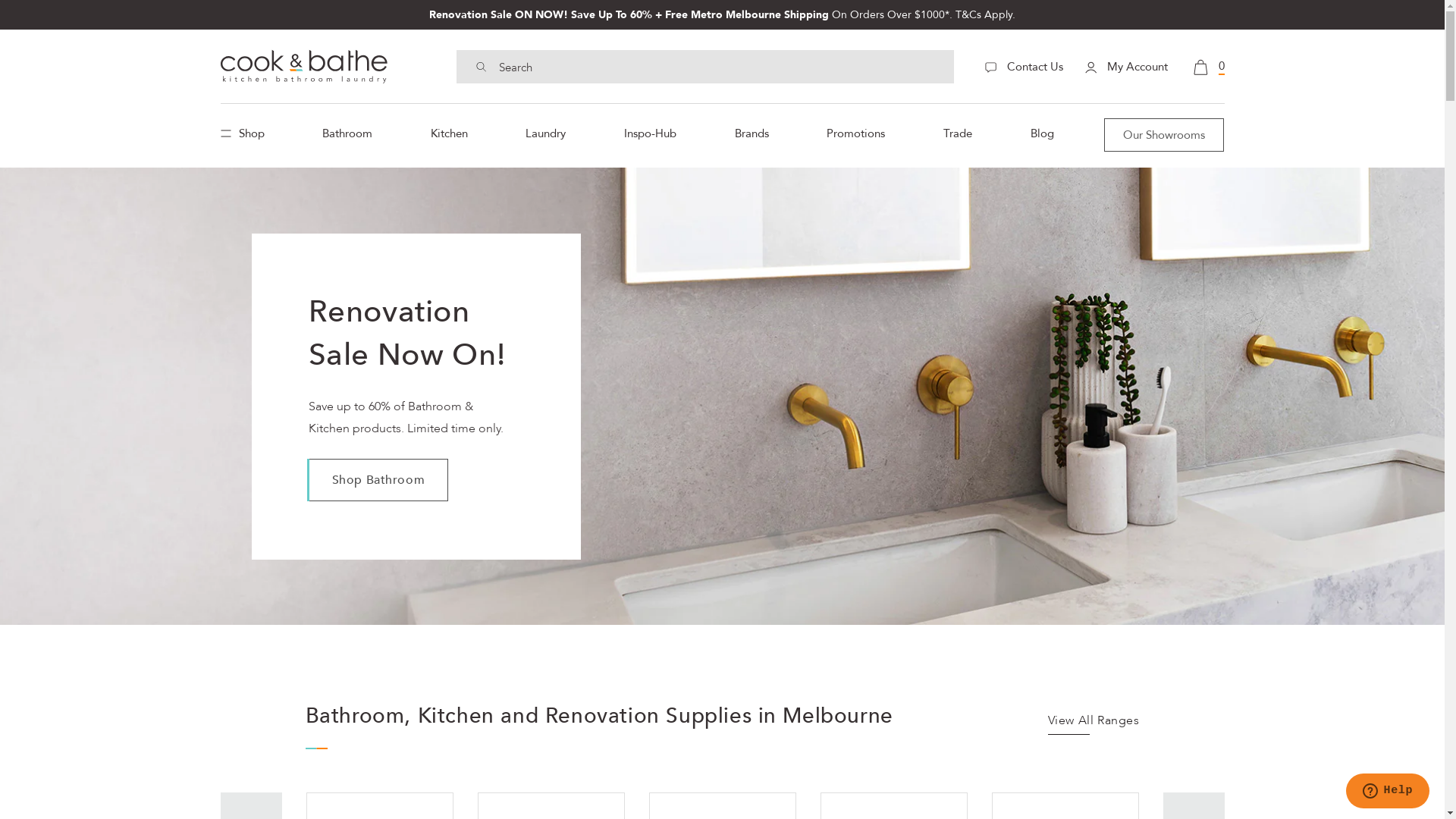 The width and height of the screenshot is (1456, 819). What do you see at coordinates (752, 133) in the screenshot?
I see `'Brands'` at bounding box center [752, 133].